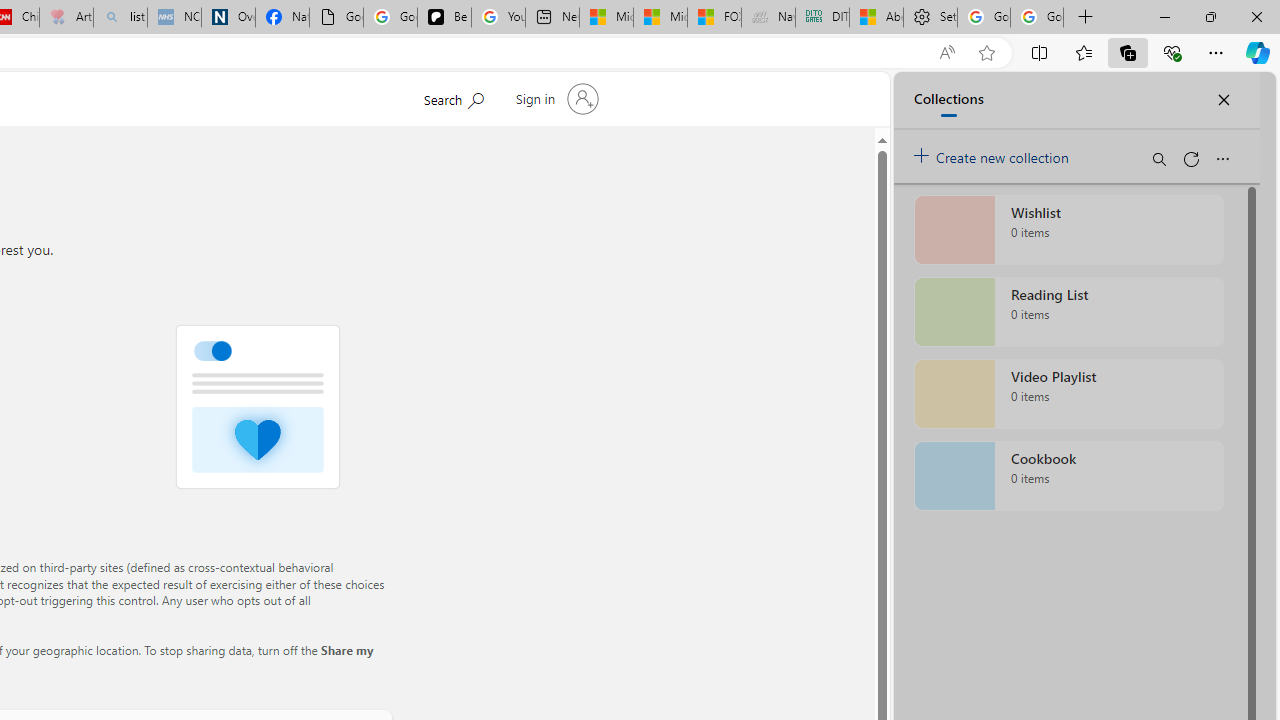 The width and height of the screenshot is (1280, 720). What do you see at coordinates (1085, 17) in the screenshot?
I see `'New Tab'` at bounding box center [1085, 17].